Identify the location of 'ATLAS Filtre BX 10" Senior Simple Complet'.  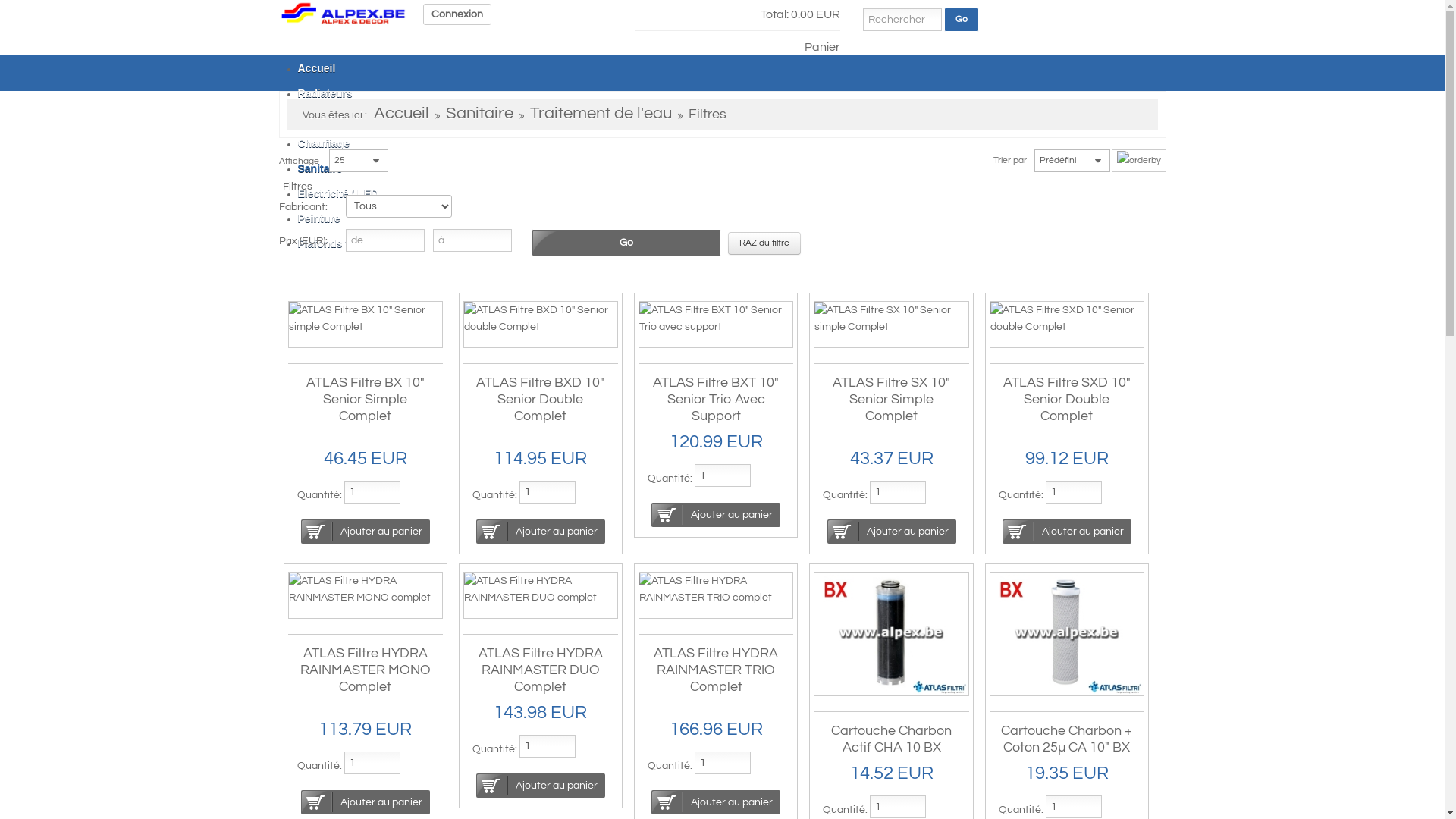
(365, 398).